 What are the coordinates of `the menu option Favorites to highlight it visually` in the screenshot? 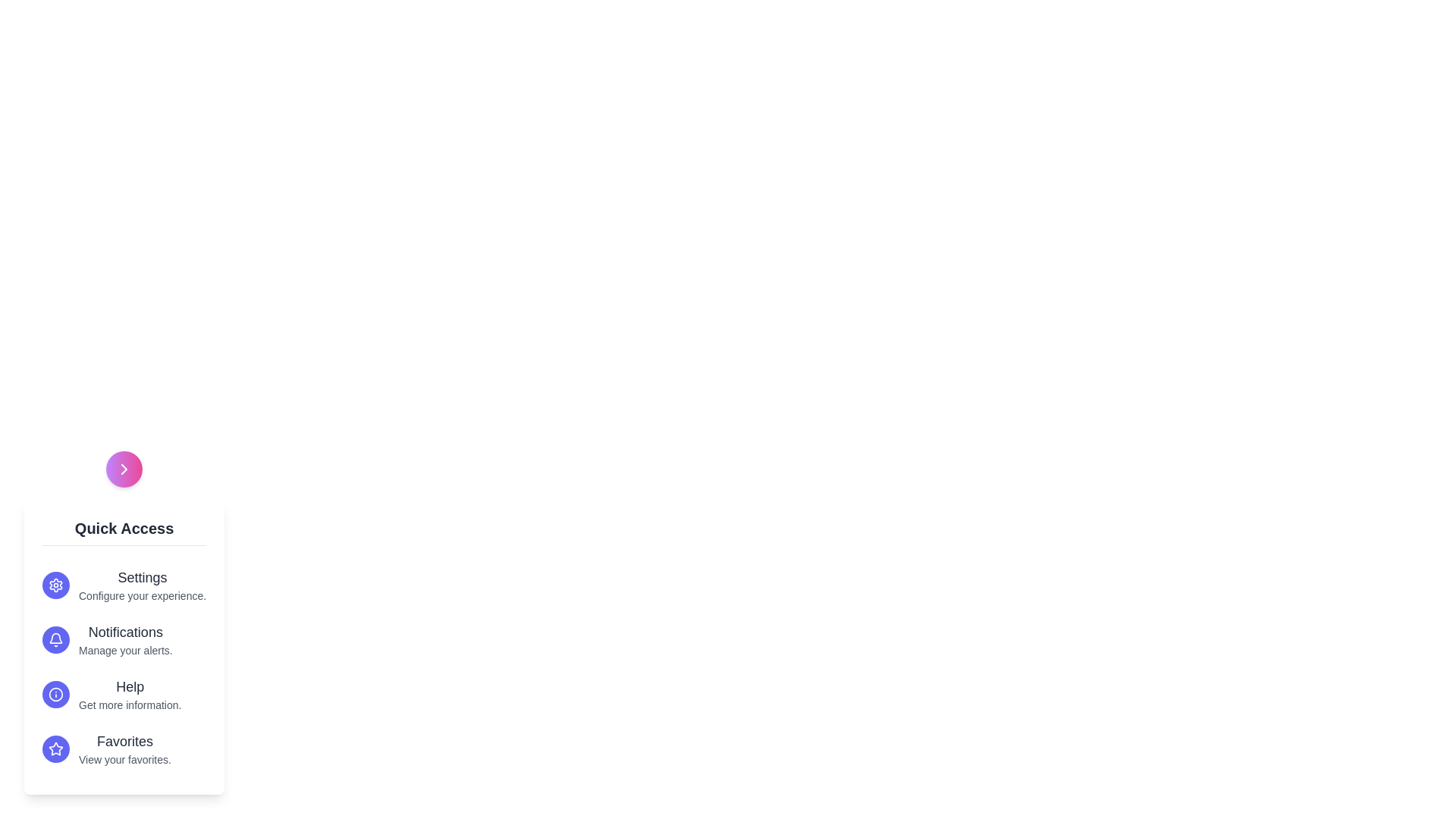 It's located at (124, 748).